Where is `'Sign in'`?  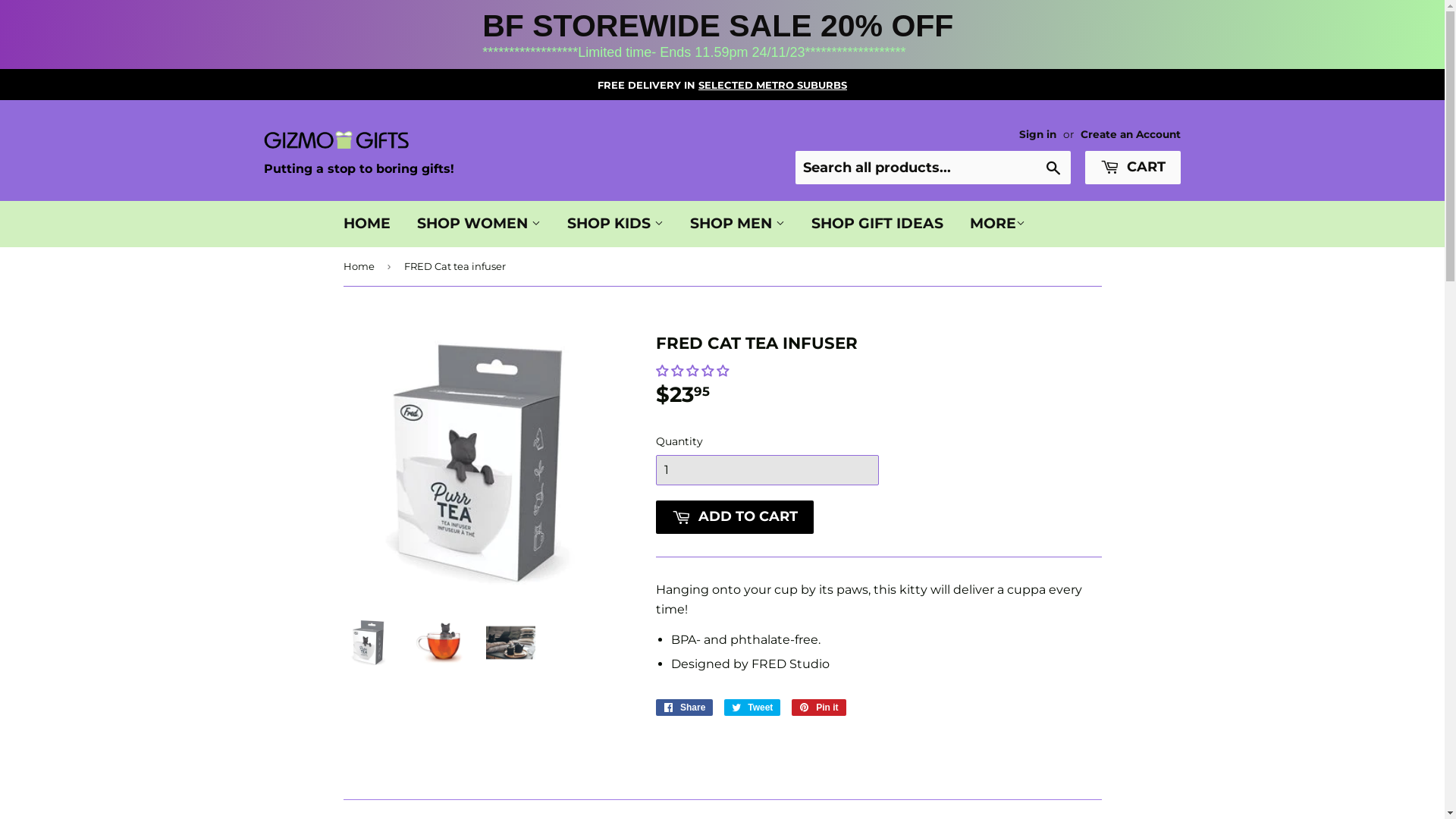
'Sign in' is located at coordinates (1037, 133).